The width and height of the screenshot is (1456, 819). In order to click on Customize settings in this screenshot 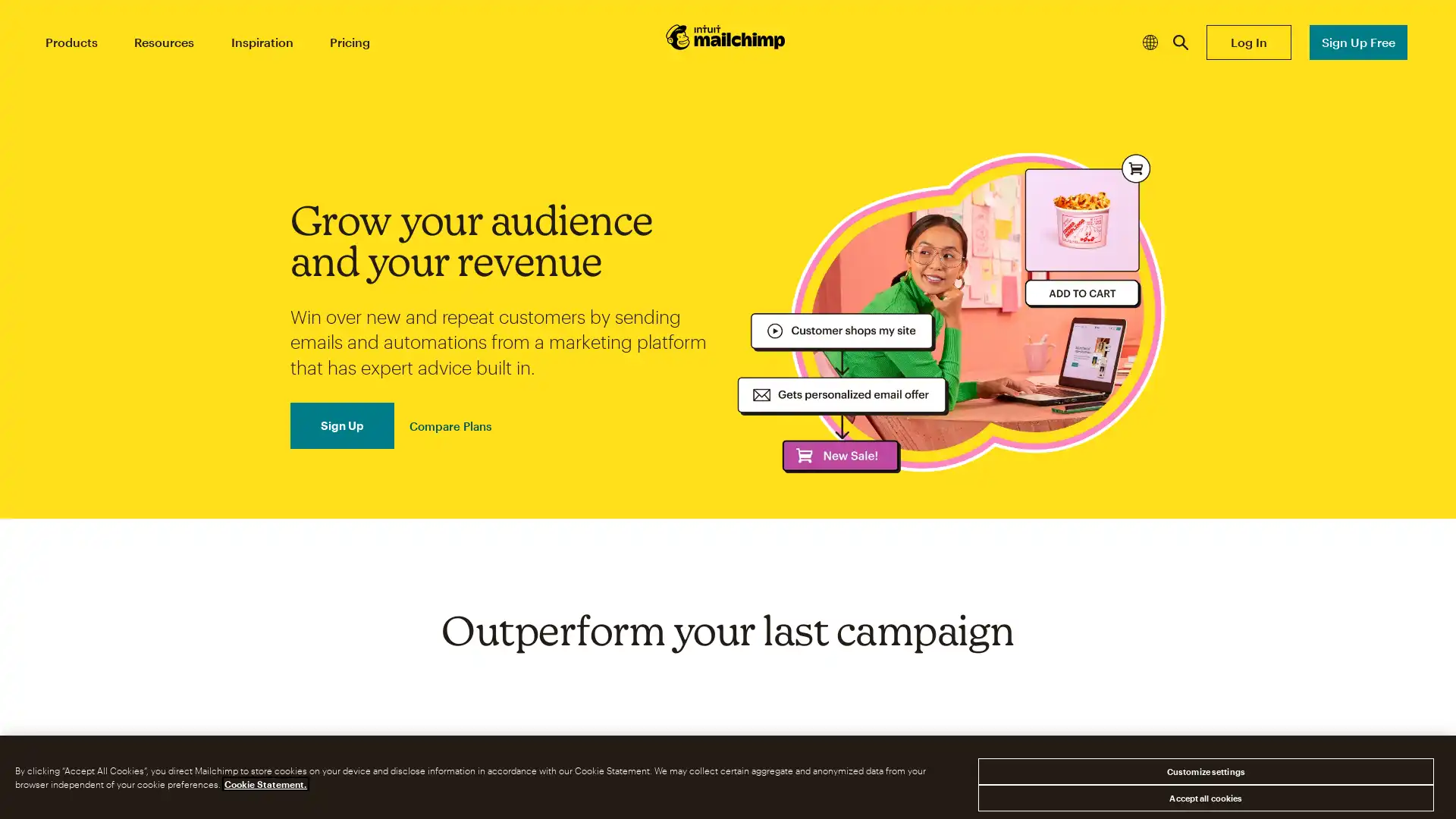, I will do `click(1204, 771)`.